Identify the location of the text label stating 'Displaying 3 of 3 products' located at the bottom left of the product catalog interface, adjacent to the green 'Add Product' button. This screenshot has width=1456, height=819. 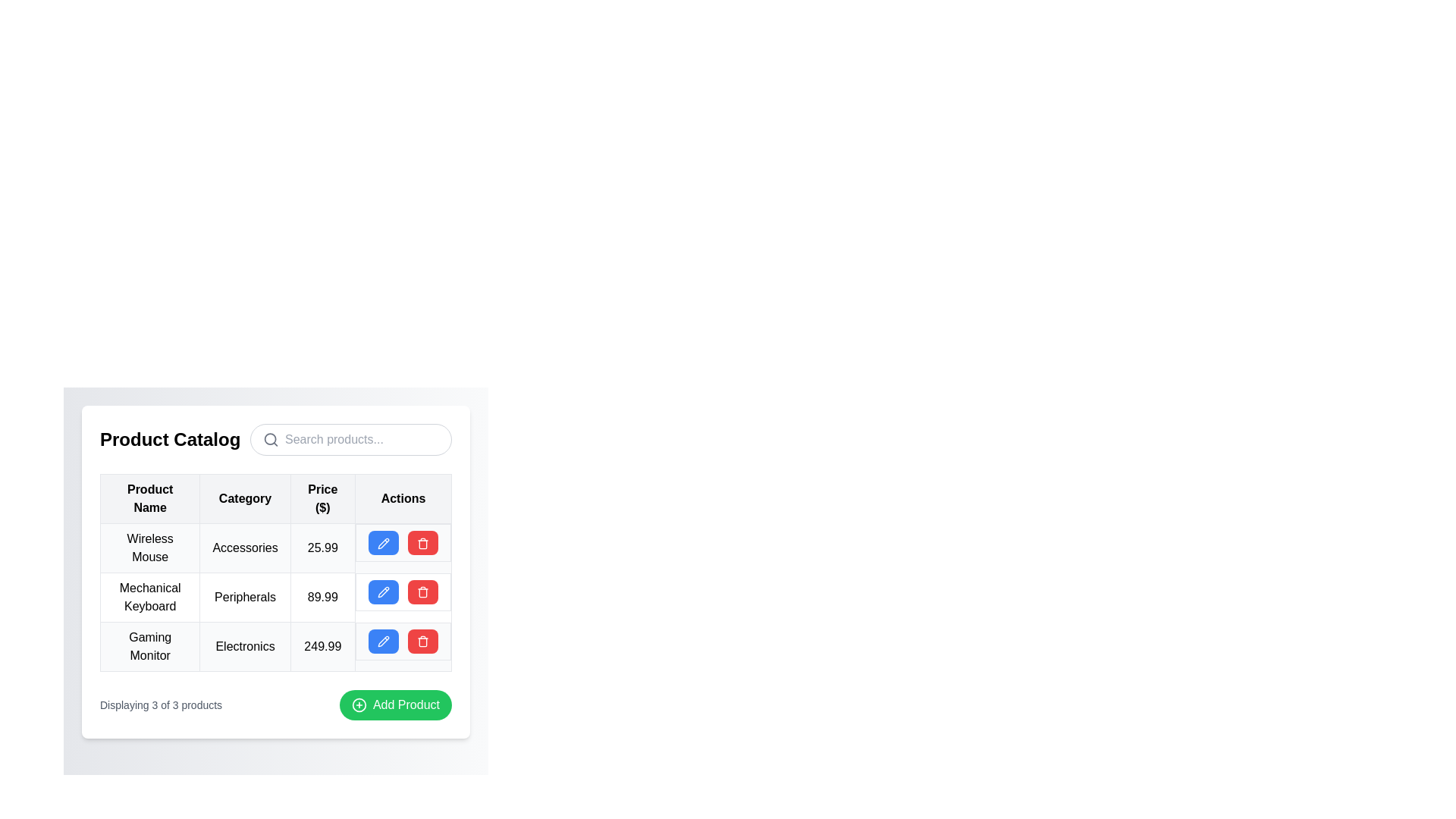
(161, 704).